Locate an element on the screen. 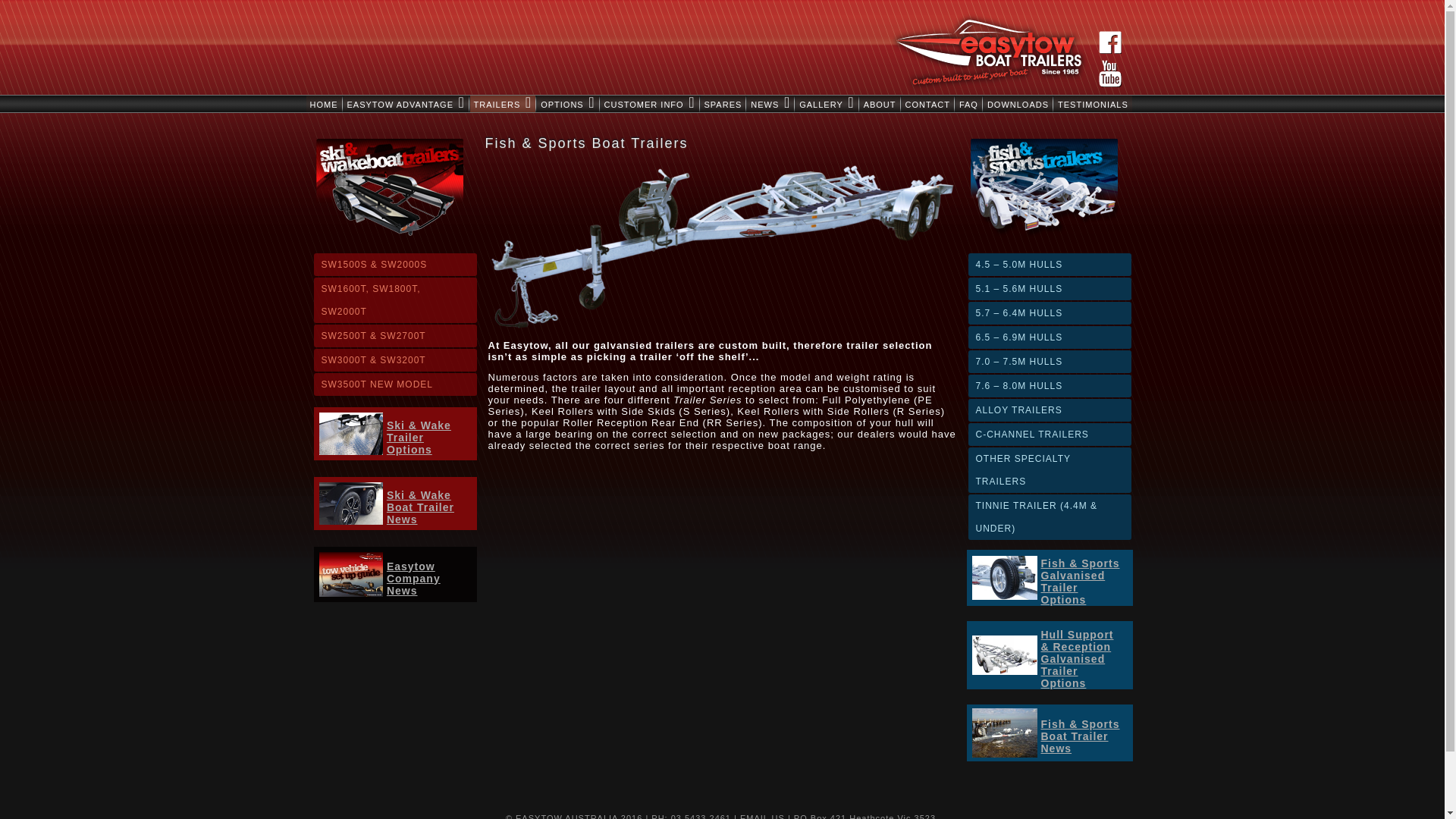  'TRAILERS' is located at coordinates (503, 103).